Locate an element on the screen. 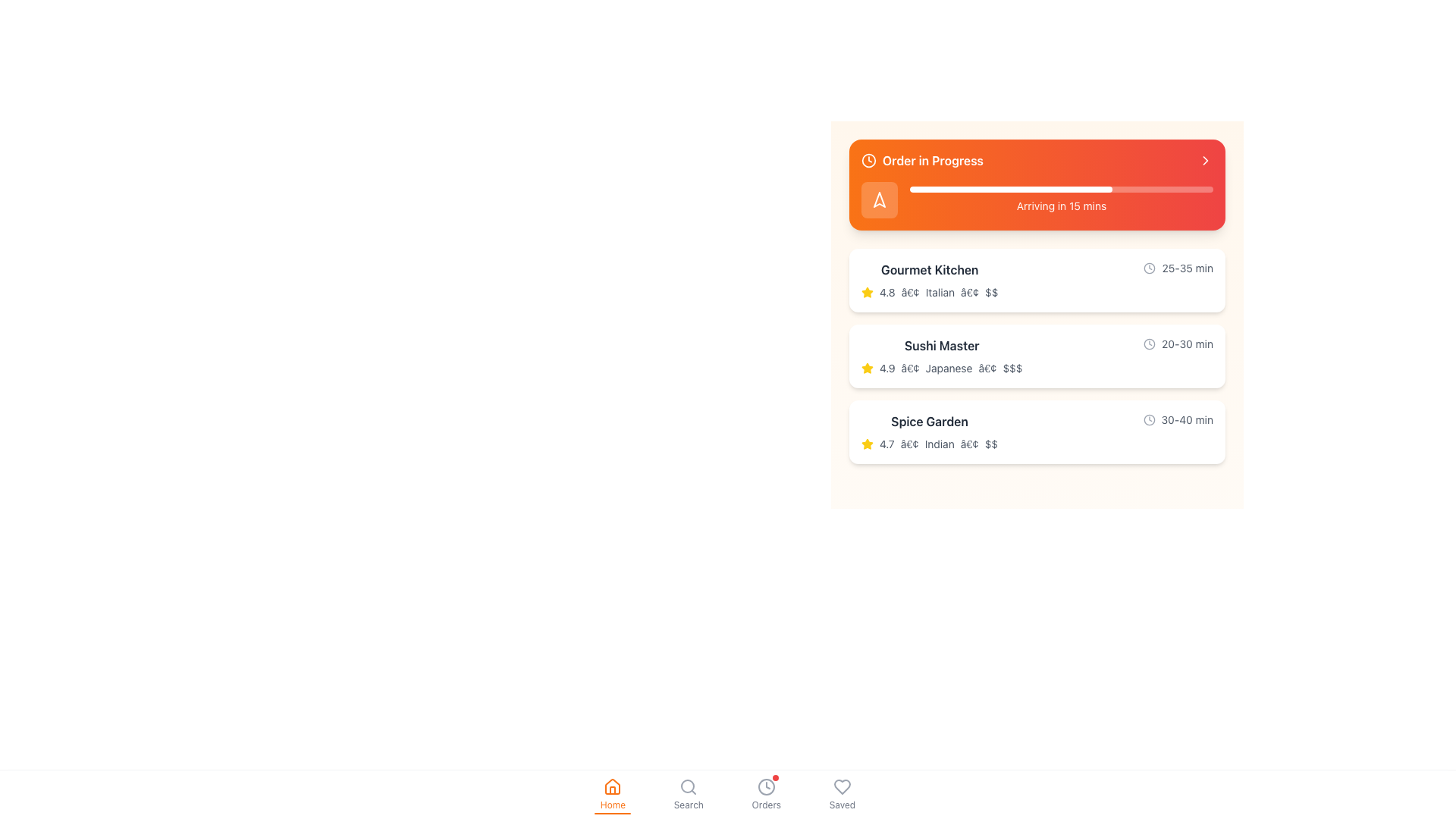 The image size is (1456, 819). the decorative icon located on the far left of the 'Arriving in 15 mins' group, adjacent to the progress bar is located at coordinates (880, 199).